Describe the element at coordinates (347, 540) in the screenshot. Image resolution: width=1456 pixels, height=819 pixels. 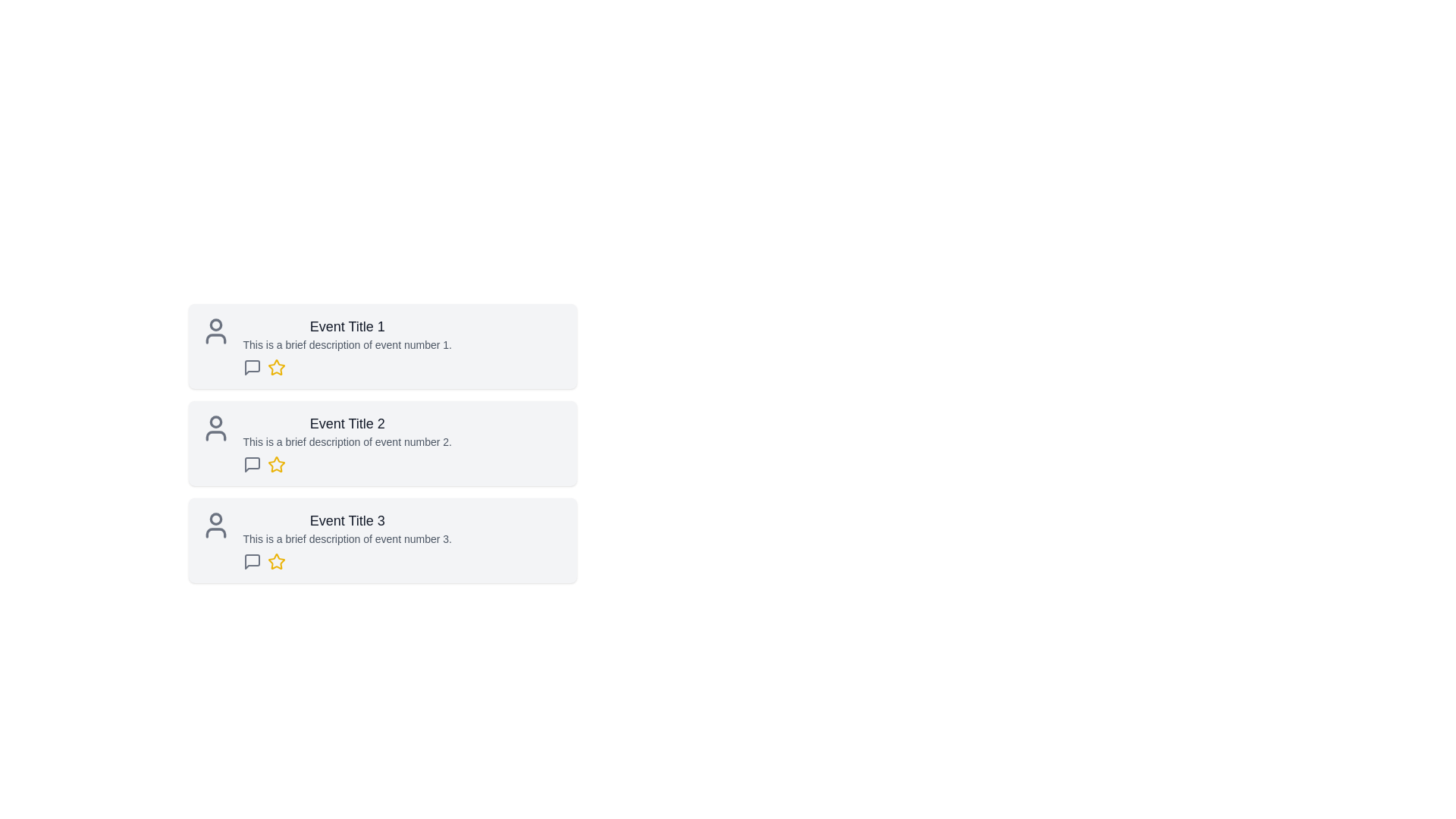
I see `text content of the element displaying 'Event Title 3' and its description in the third event card` at that location.